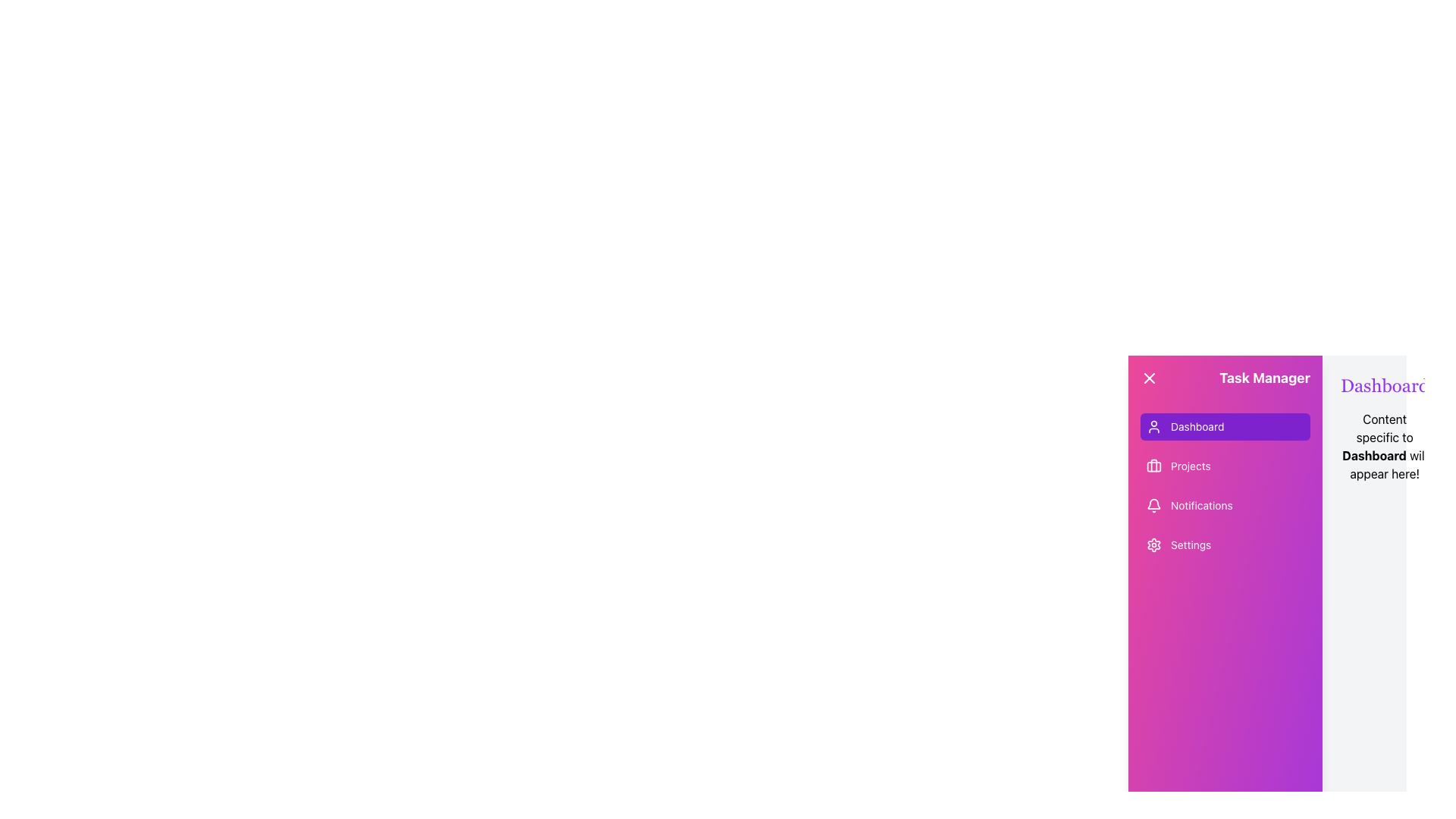 This screenshot has height=819, width=1456. Describe the element at coordinates (1153, 544) in the screenshot. I see `the gear-shaped icon indicative of settings located as the fourth icon` at that location.